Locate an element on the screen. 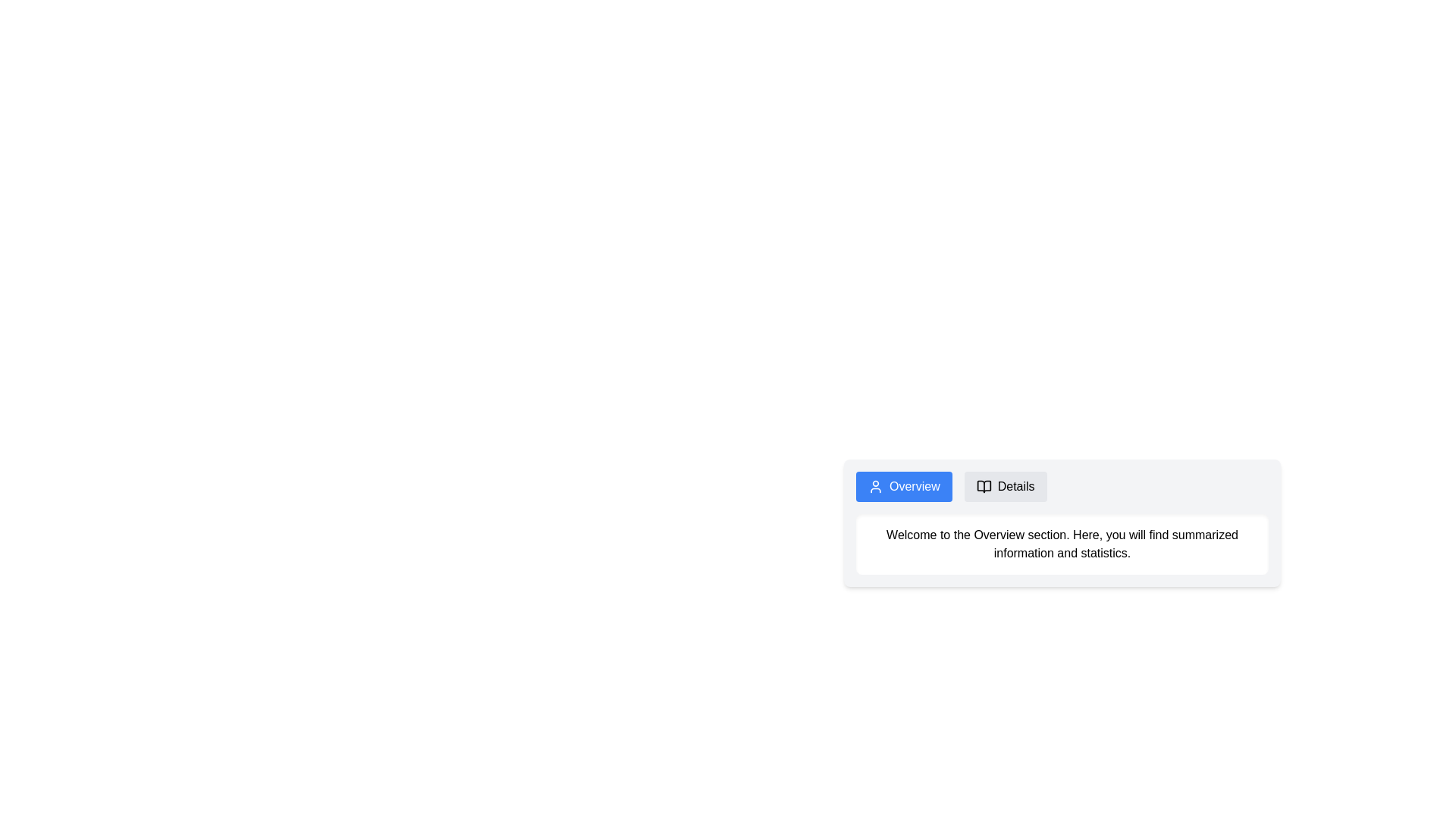 The image size is (1456, 819). the 'Overview' button which contains a circular SVG icon representing a human figure with a blue background is located at coordinates (876, 486).